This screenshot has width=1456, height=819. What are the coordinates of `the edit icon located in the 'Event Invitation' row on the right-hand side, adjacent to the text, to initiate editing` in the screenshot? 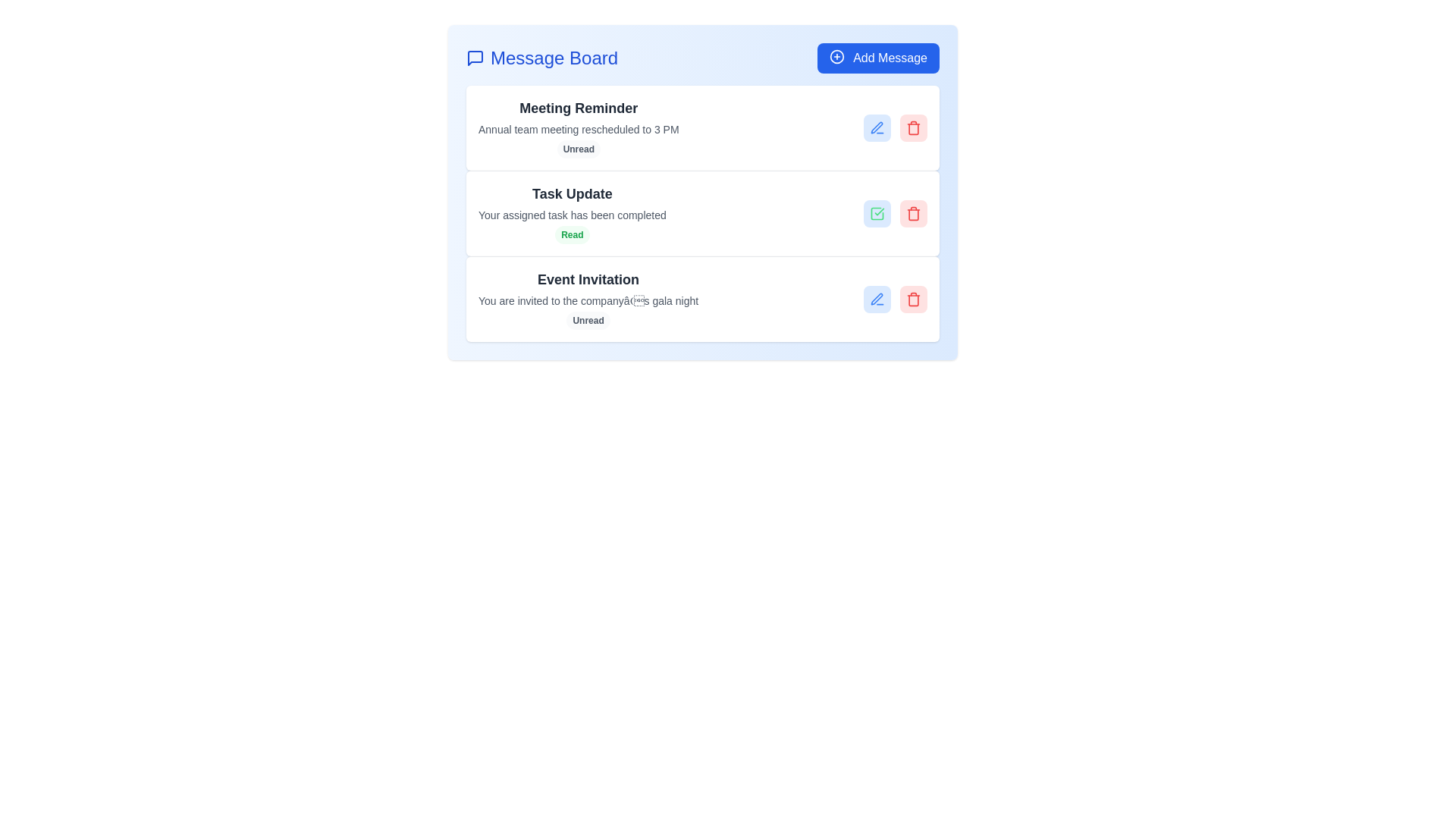 It's located at (877, 299).